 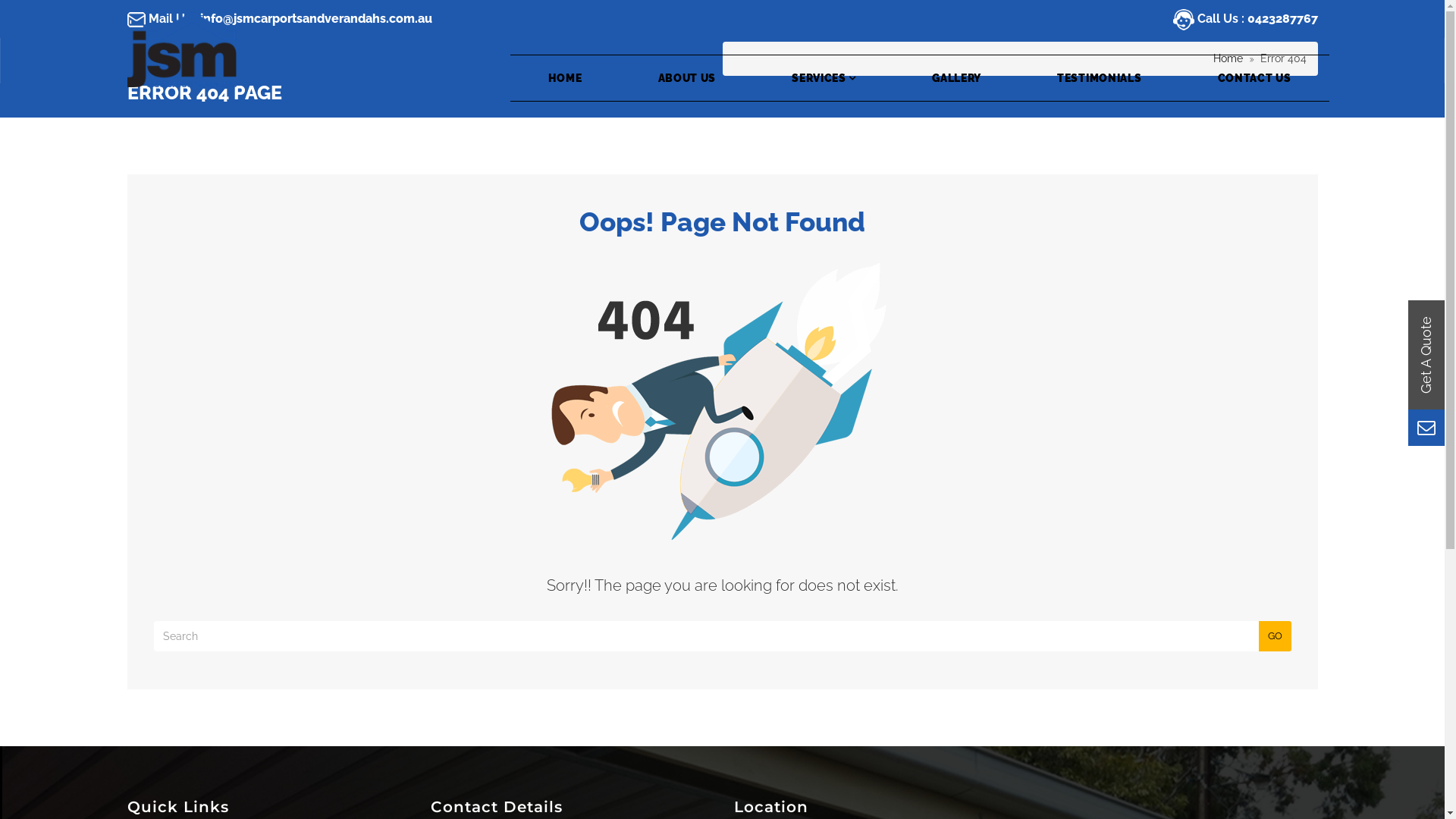 I want to click on '0423287767', so click(x=1281, y=18).